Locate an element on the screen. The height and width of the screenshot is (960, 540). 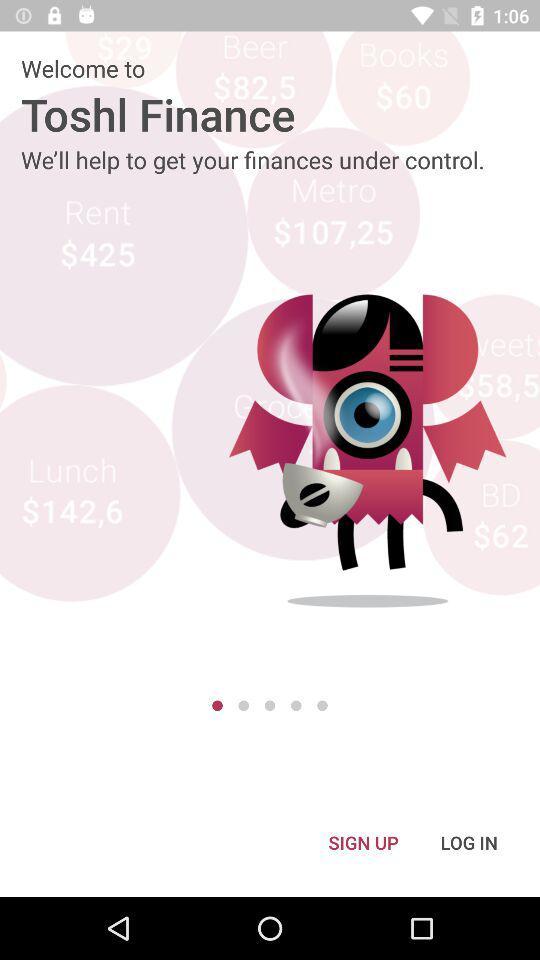
the log in is located at coordinates (469, 841).